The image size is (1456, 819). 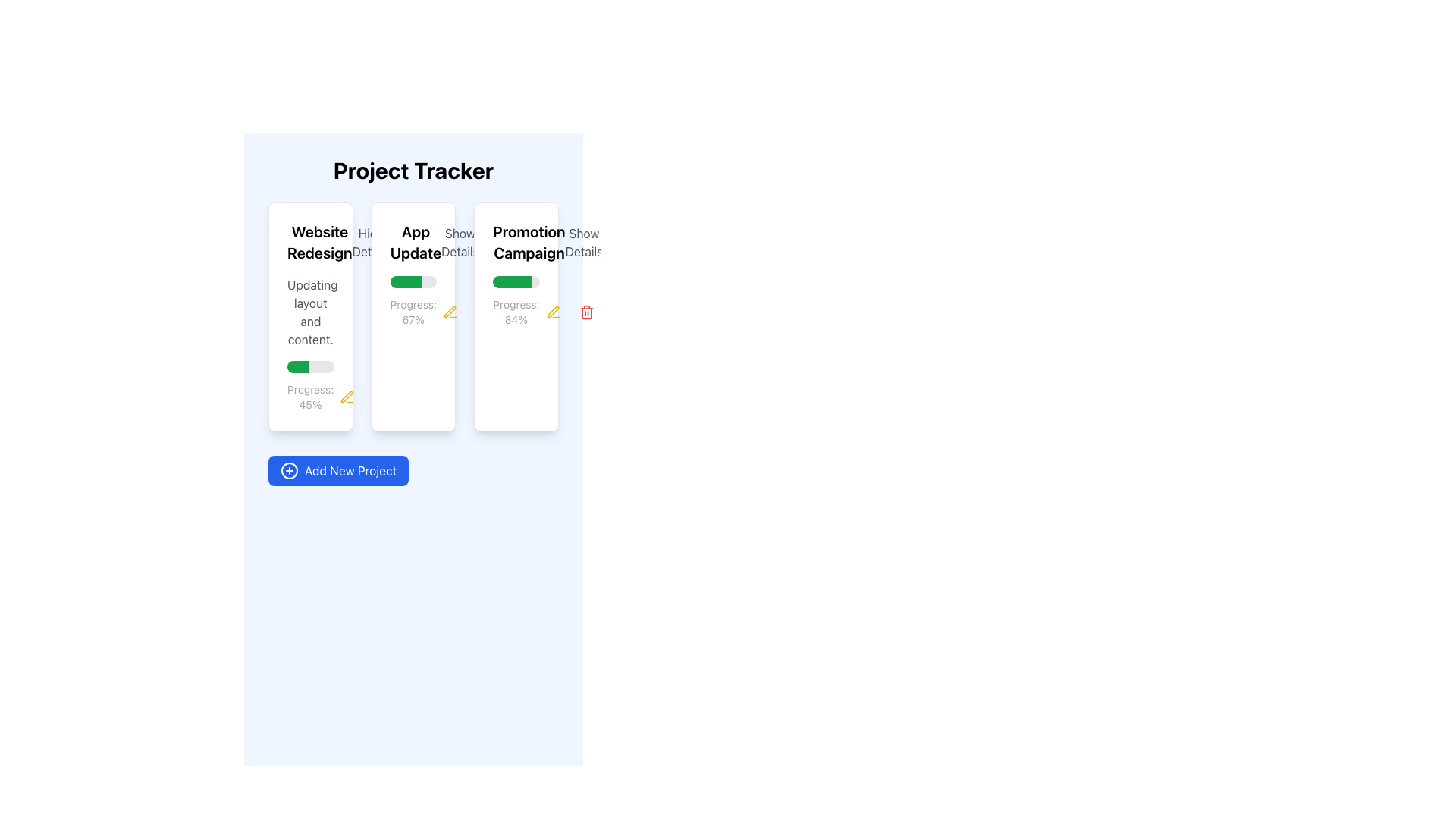 What do you see at coordinates (371, 242) in the screenshot?
I see `the 'Hide Details' button located to the right of the 'Website Redesign' header in the first card of the grid layout to hide the project details` at bounding box center [371, 242].